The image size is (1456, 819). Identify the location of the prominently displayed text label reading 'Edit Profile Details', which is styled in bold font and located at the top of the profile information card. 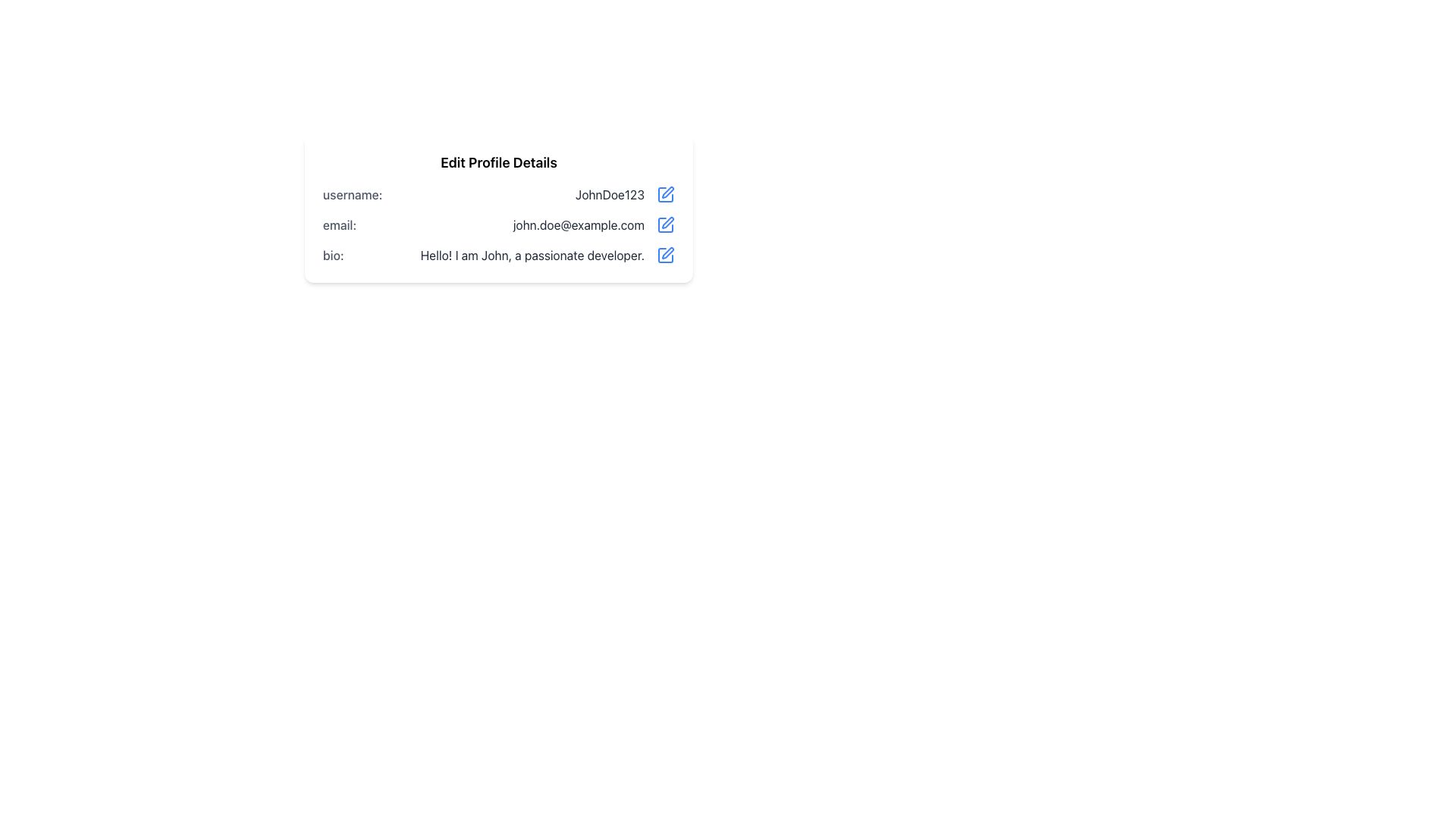
(498, 163).